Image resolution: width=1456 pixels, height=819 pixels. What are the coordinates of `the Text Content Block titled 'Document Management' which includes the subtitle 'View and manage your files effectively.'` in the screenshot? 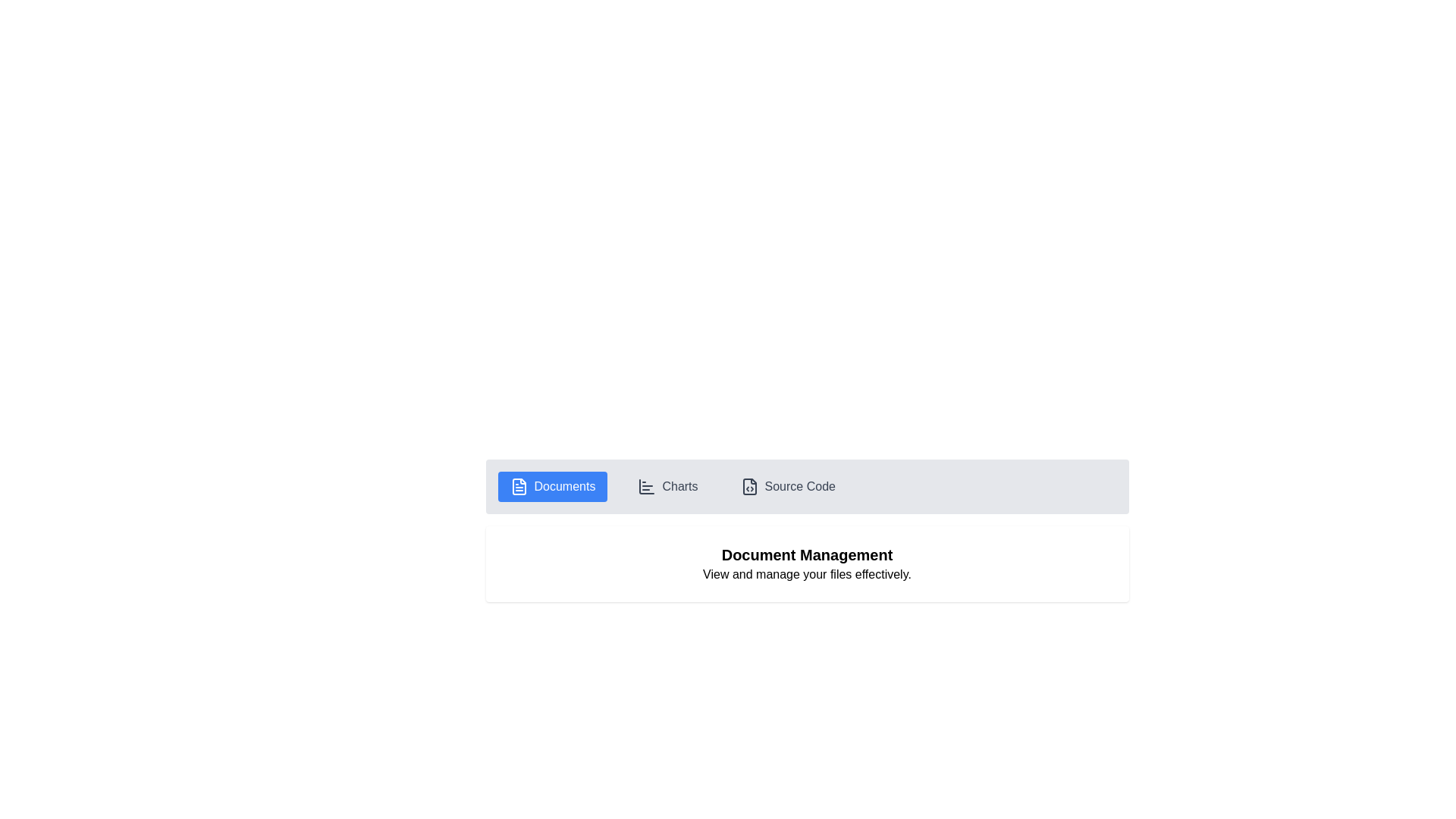 It's located at (806, 564).